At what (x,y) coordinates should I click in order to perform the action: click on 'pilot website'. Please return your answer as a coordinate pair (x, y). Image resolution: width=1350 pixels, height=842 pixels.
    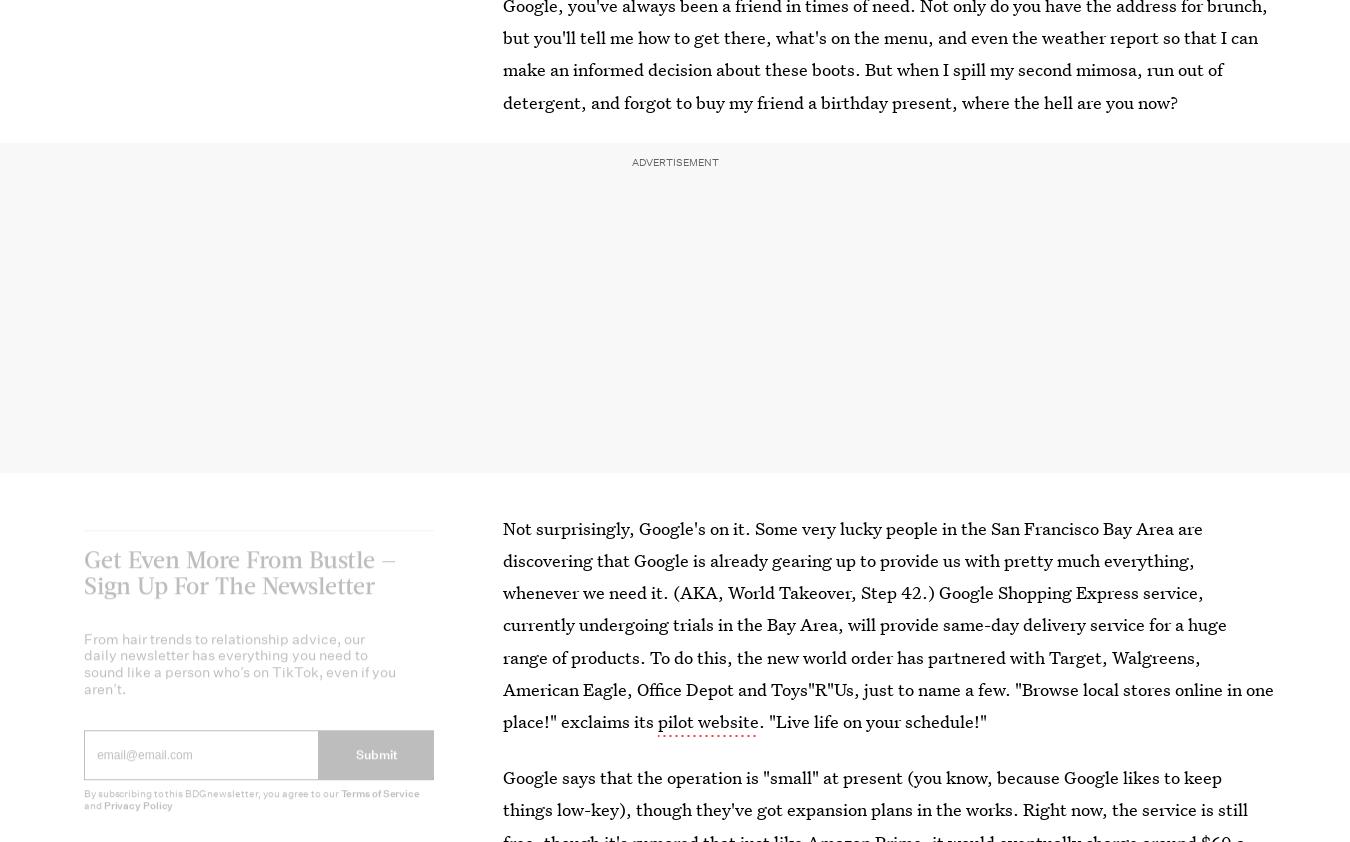
    Looking at the image, I should click on (707, 721).